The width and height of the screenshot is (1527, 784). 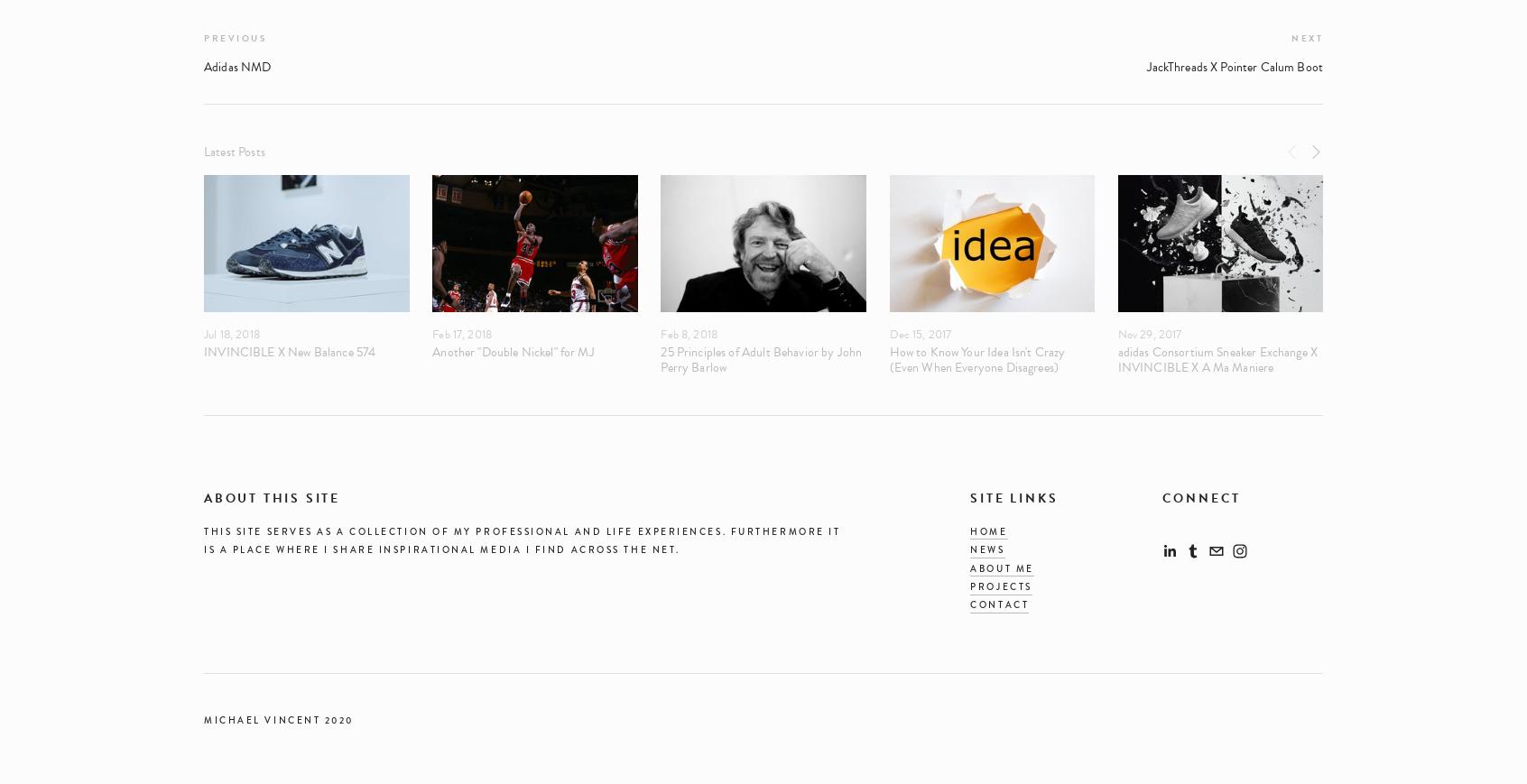 What do you see at coordinates (431, 333) in the screenshot?
I see `'Feb 17, 2018'` at bounding box center [431, 333].